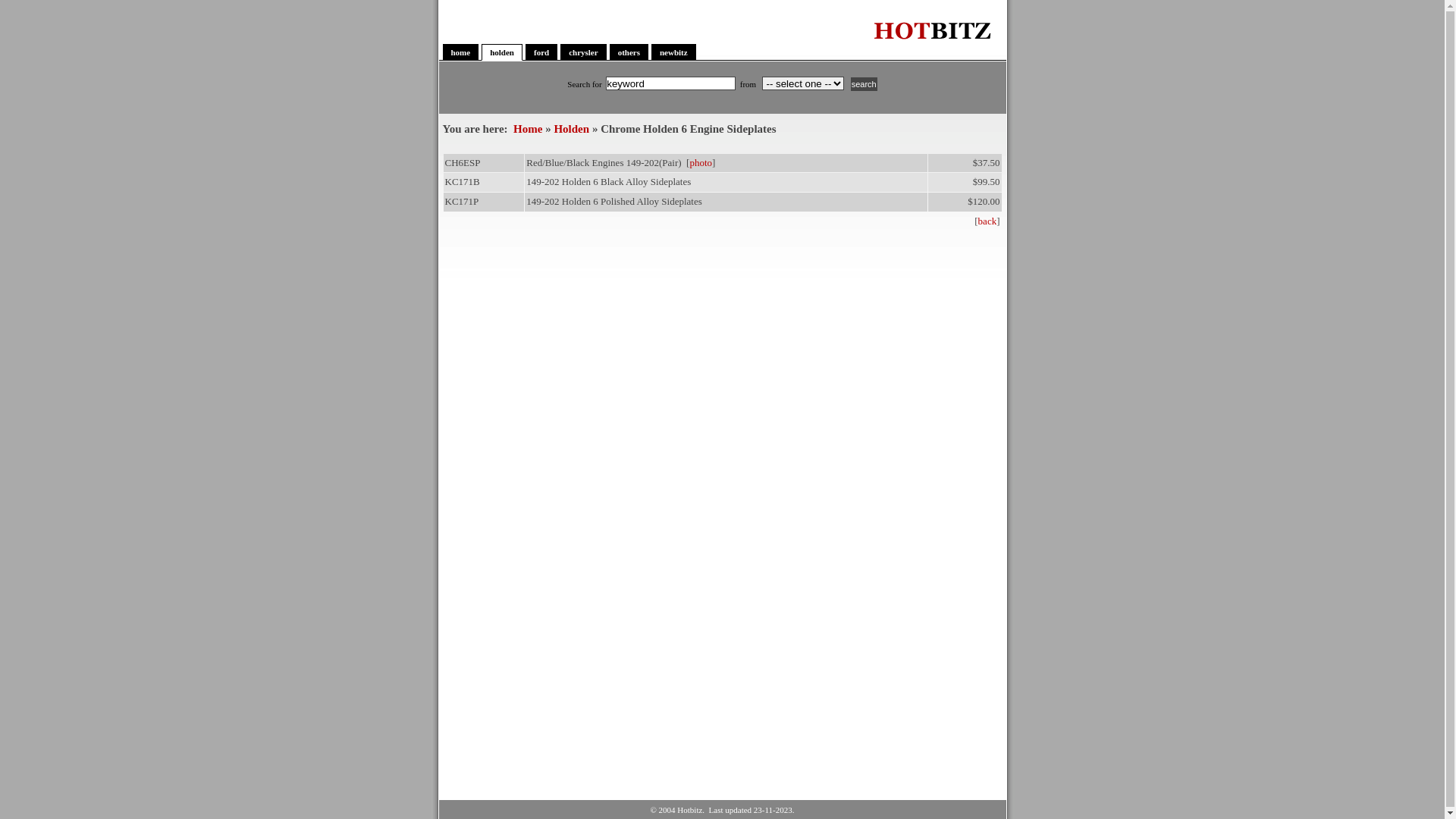 The image size is (1456, 819). I want to click on 'chrysler', so click(582, 52).